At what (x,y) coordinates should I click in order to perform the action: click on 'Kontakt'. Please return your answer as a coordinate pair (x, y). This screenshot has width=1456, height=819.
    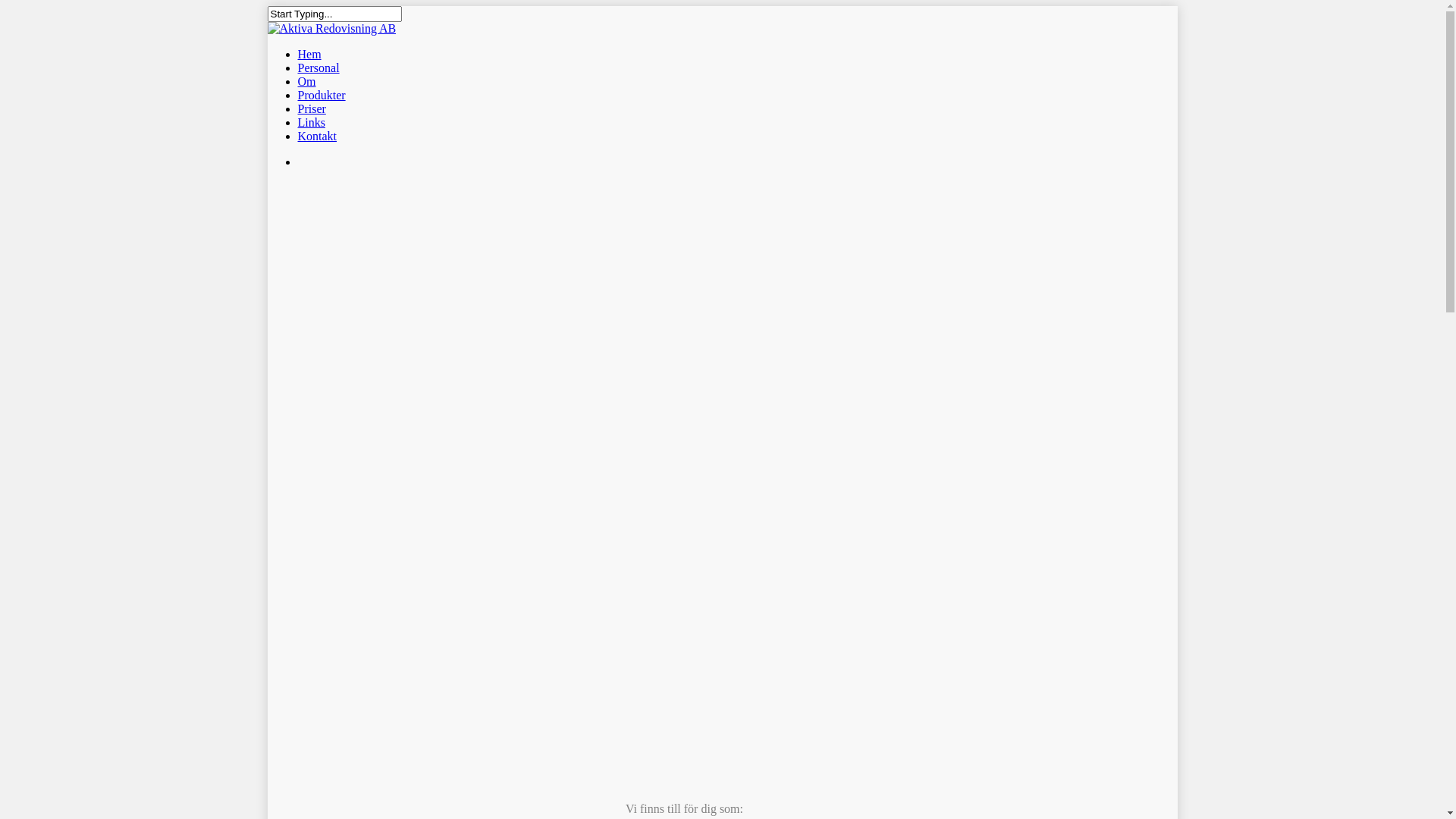
    Looking at the image, I should click on (315, 135).